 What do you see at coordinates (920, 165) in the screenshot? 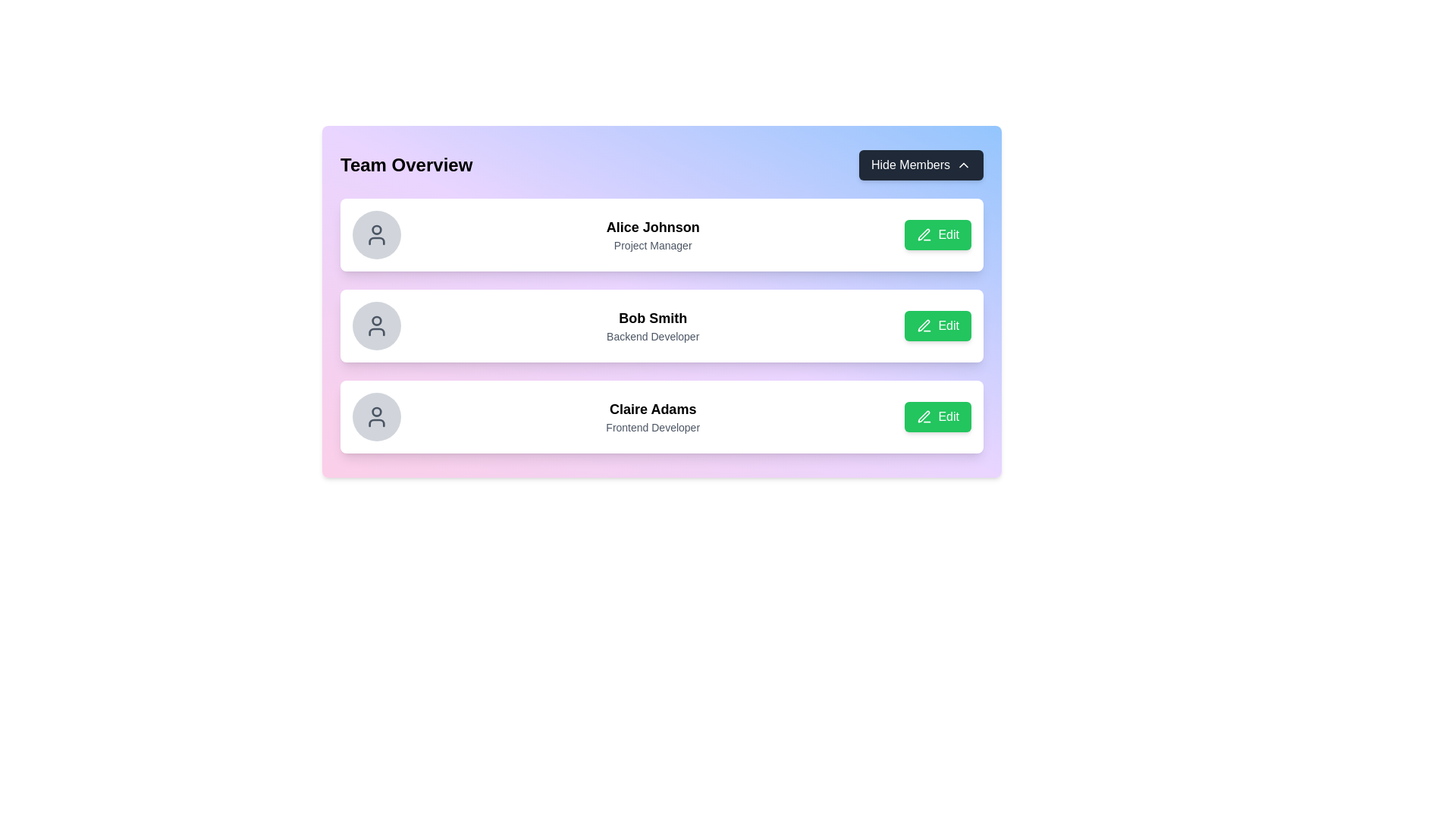
I see `the toggle button in the top-right corner of the 'Team Overview' section` at bounding box center [920, 165].